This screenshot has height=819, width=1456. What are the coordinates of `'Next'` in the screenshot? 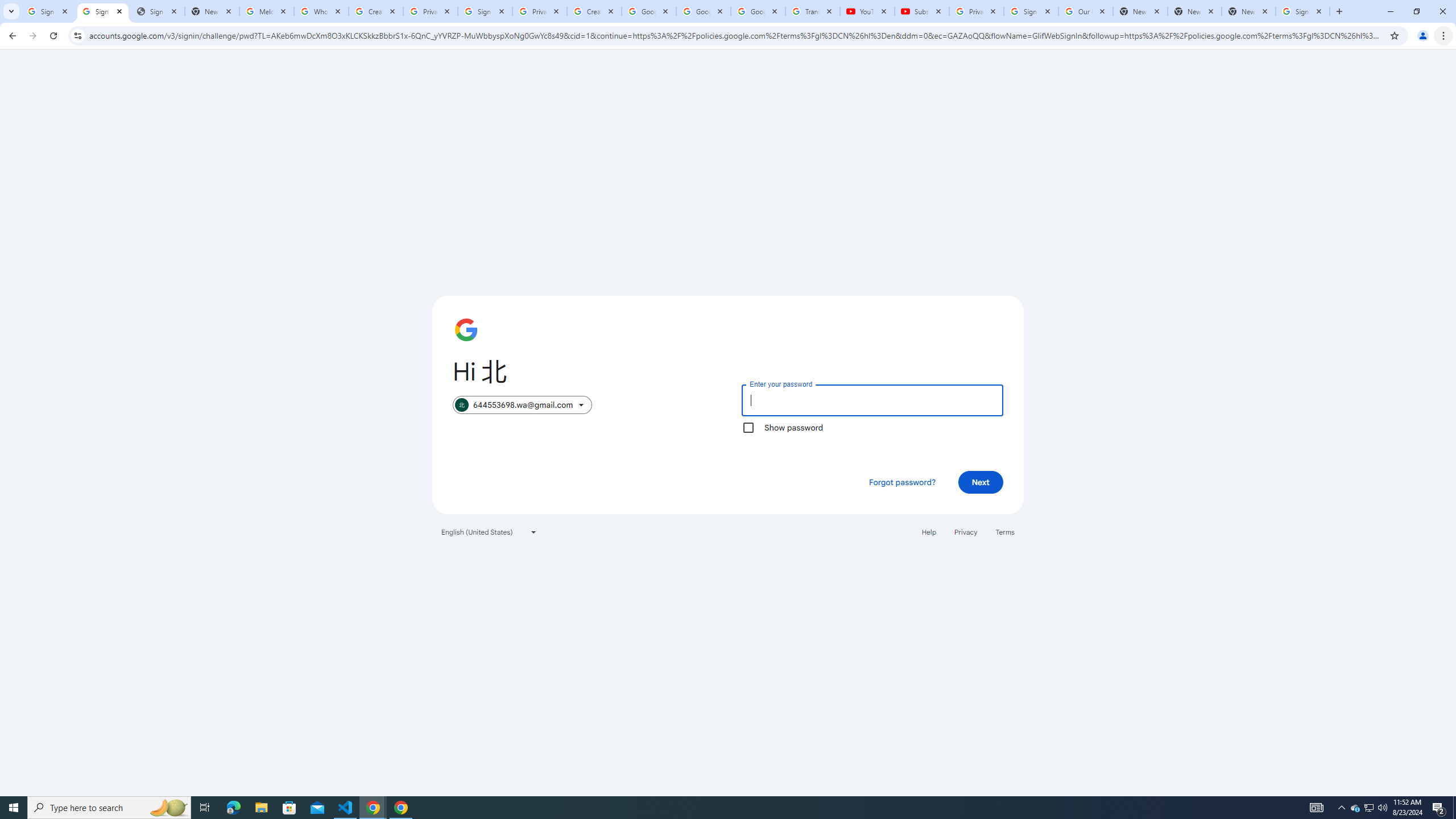 It's located at (981, 481).